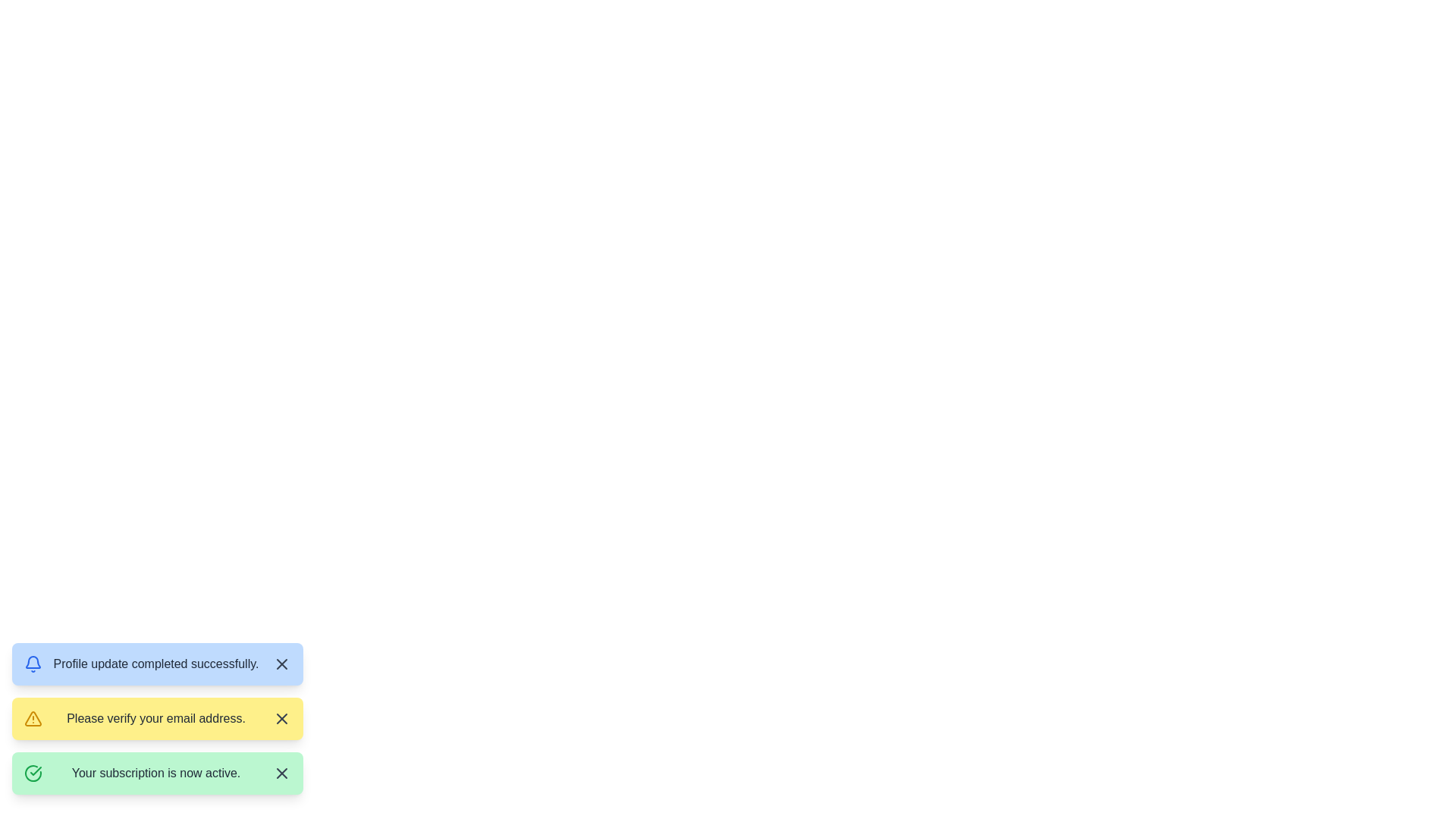 This screenshot has width=1456, height=819. What do you see at coordinates (282, 718) in the screenshot?
I see `the 'X' button in the top-right corner of the yellow notification box` at bounding box center [282, 718].